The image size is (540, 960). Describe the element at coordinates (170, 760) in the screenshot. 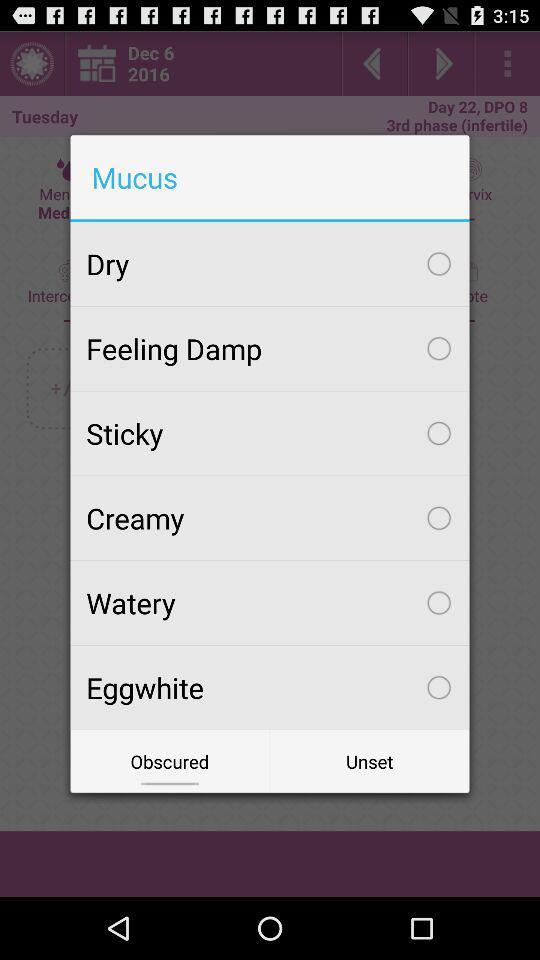

I see `the item at the bottom left corner` at that location.